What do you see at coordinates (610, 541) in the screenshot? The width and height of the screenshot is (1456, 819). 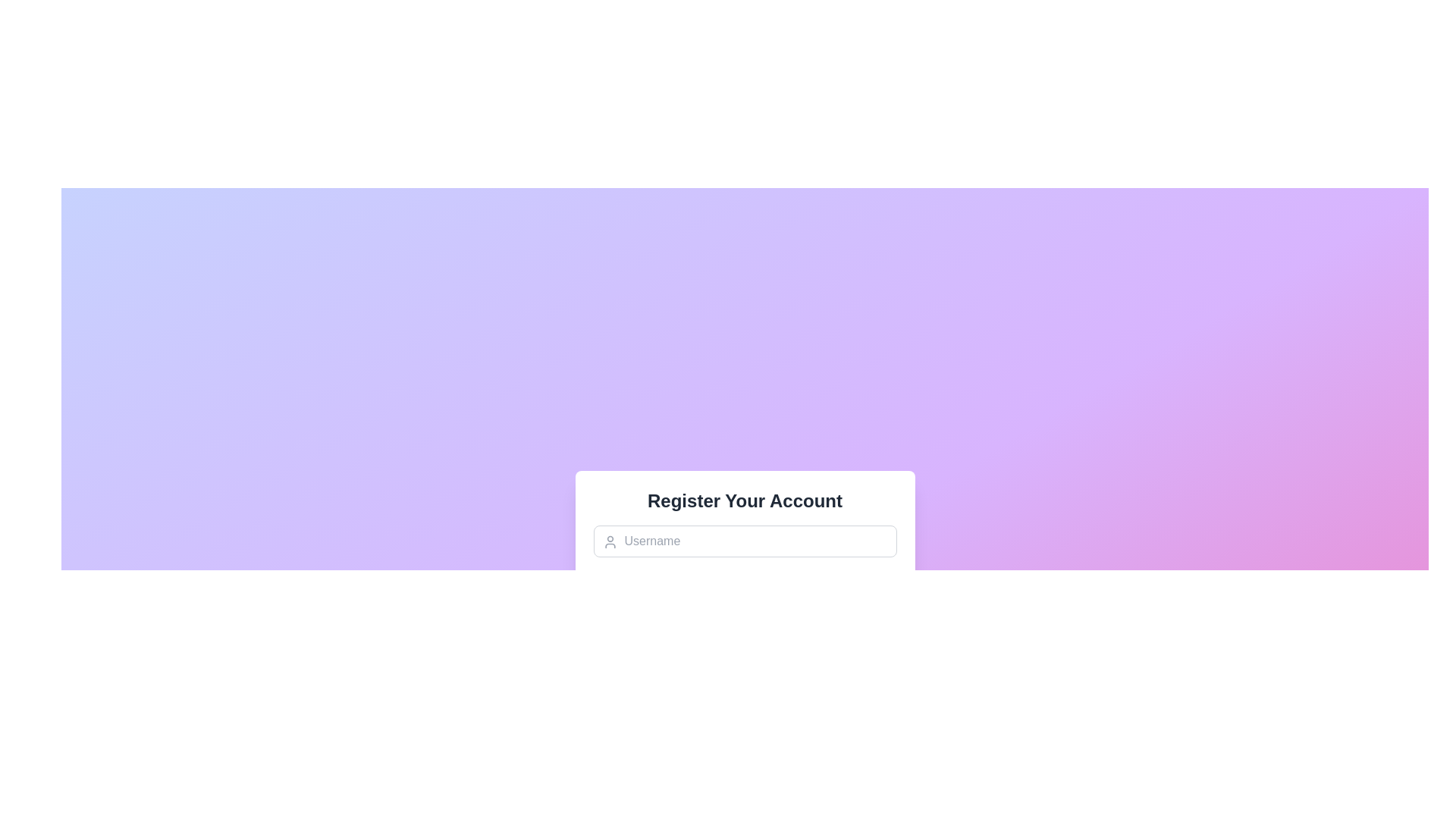 I see `the user/account icon located inside the input field for 'Username', which is positioned below the 'Register Your Account' title` at bounding box center [610, 541].